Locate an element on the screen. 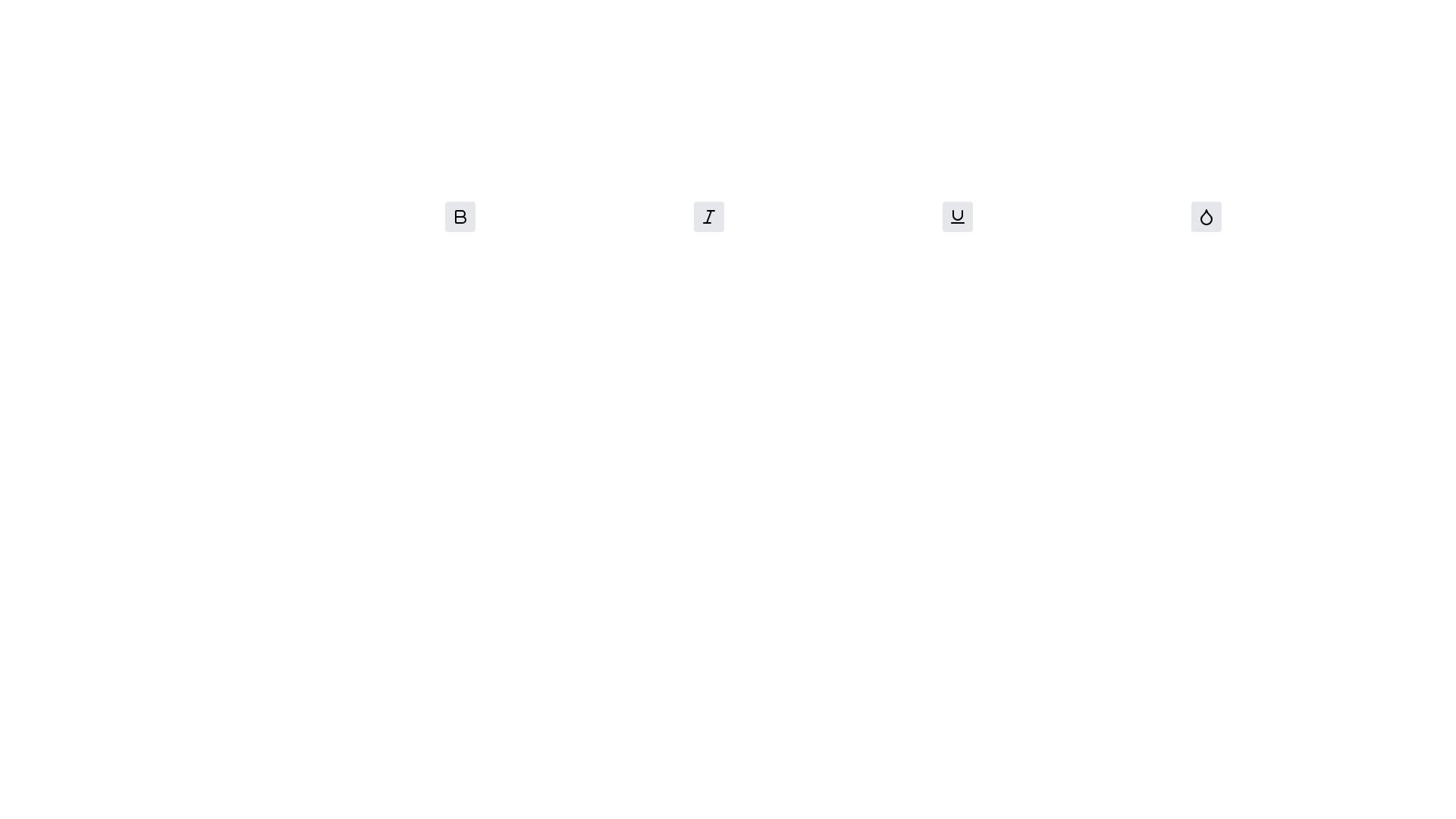 This screenshot has height=819, width=1456. the Iconic button, which is the leftmost in a sequence of text formatting icons is located at coordinates (460, 216).